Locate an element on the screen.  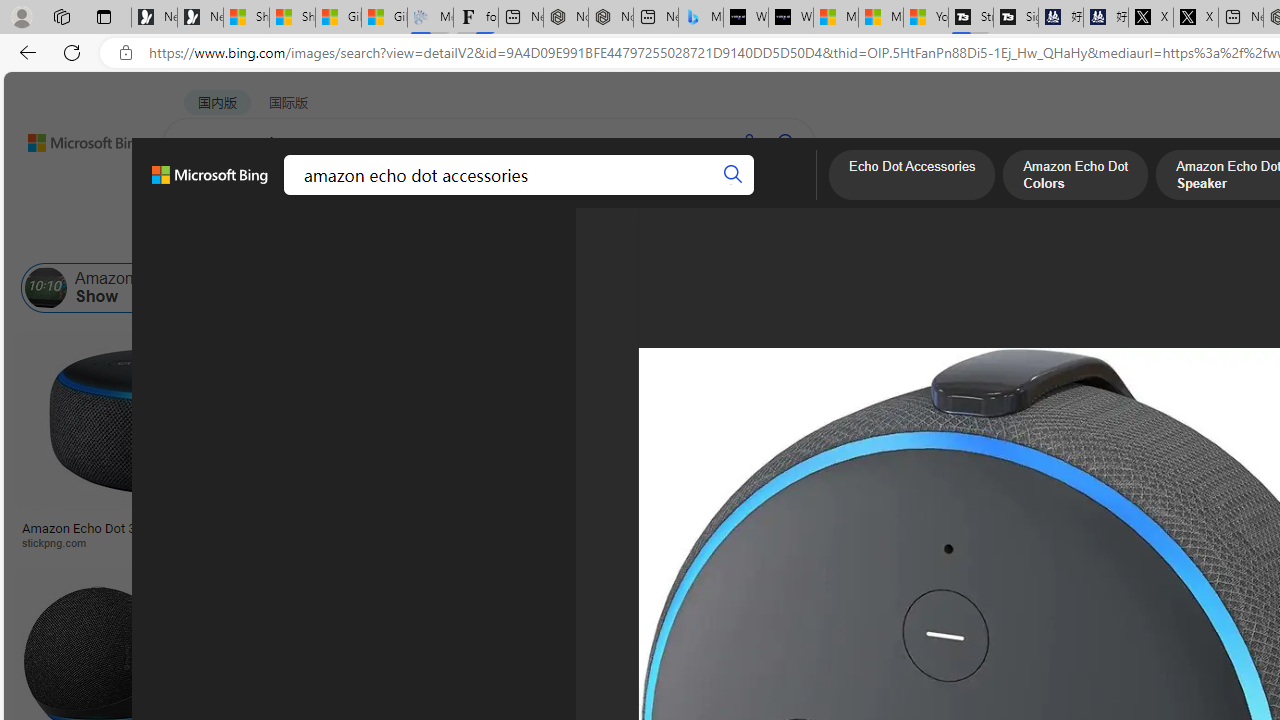
'Microsoft Bing, Back to Bing search' is located at coordinates (209, 183).